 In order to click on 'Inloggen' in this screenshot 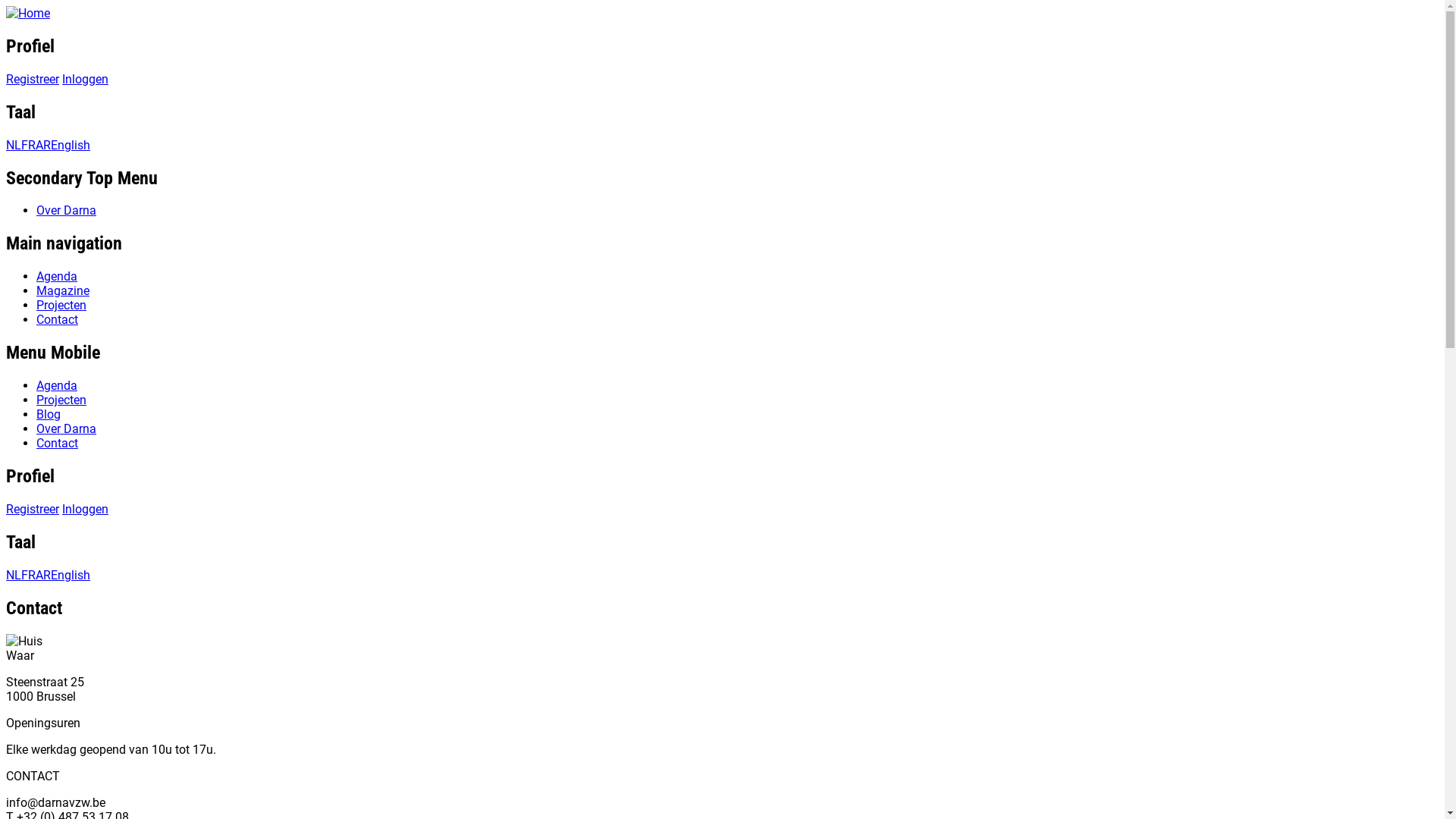, I will do `click(61, 509)`.